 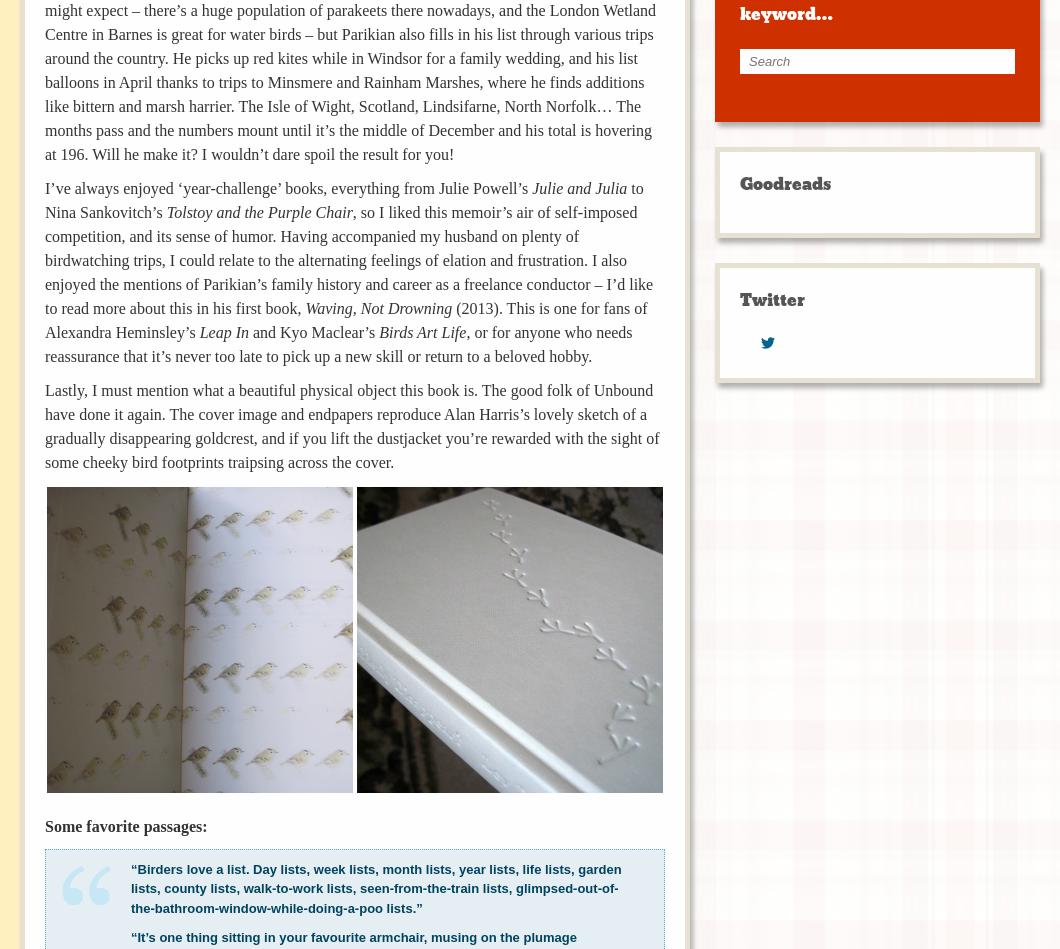 What do you see at coordinates (197, 331) in the screenshot?
I see `'Leap In'` at bounding box center [197, 331].